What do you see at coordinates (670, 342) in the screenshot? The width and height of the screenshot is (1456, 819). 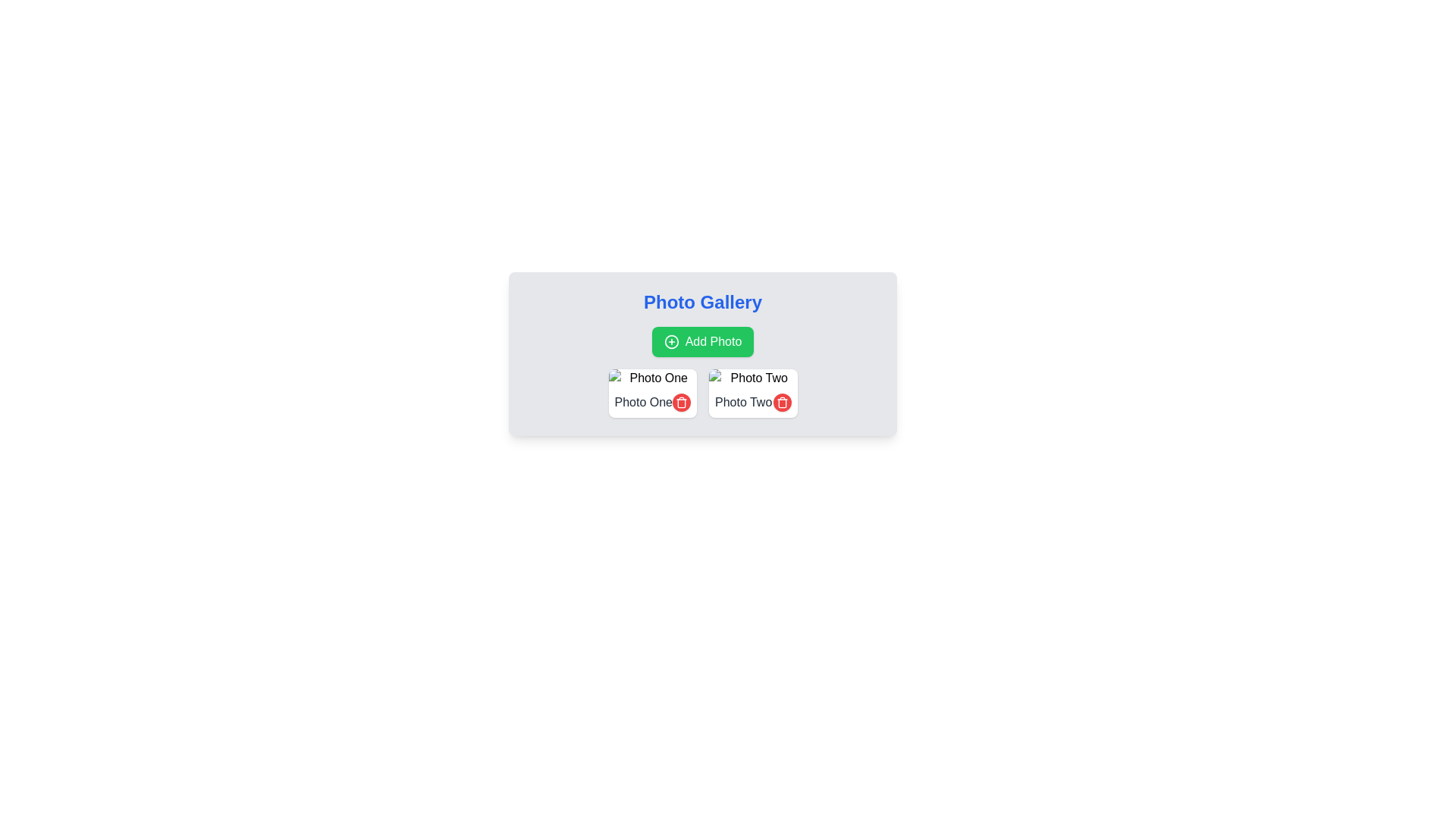 I see `the green circle at the center of the 'Add Photo' button, which is part of the Photo Gallery module` at bounding box center [670, 342].